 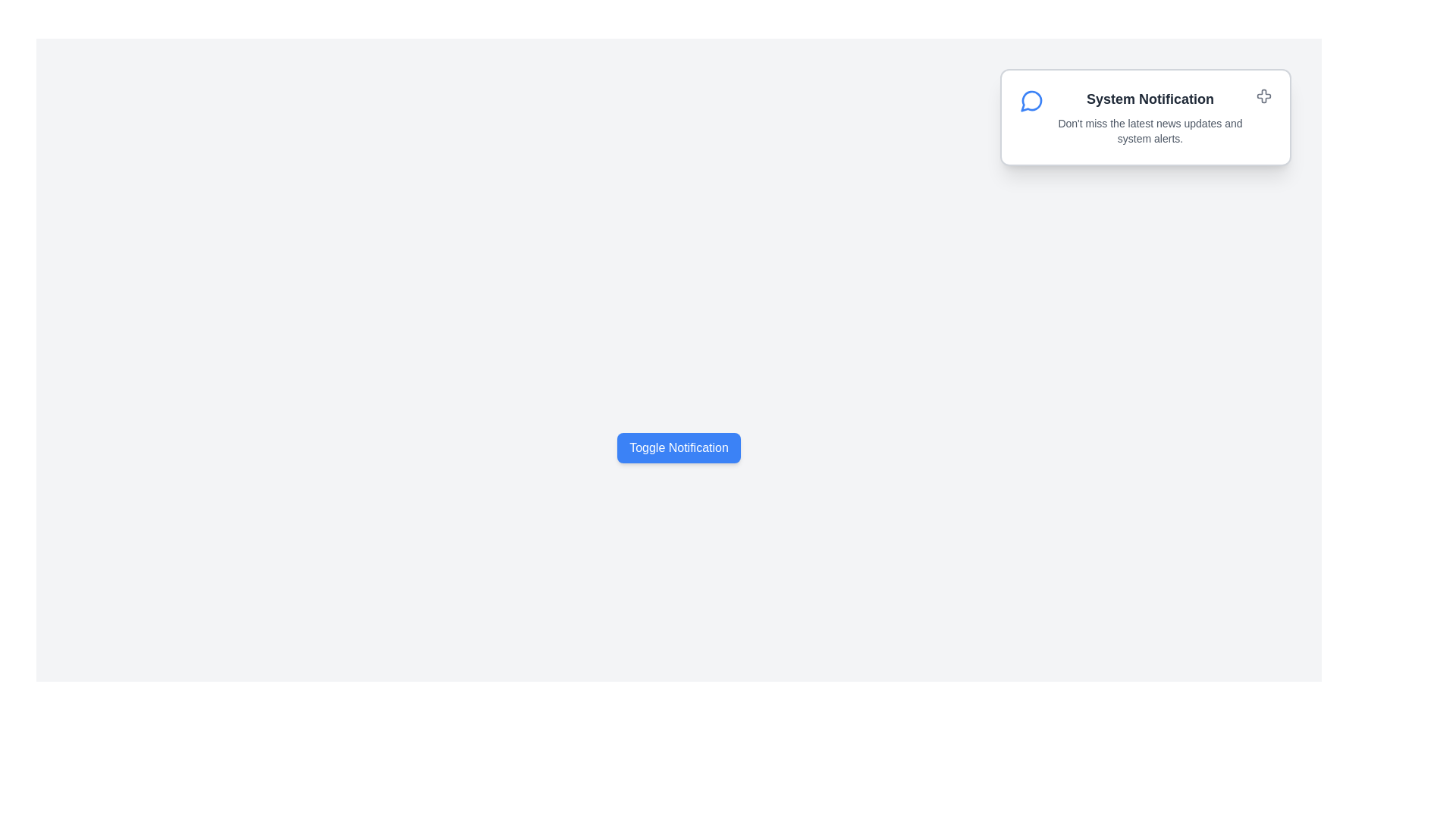 What do you see at coordinates (678, 447) in the screenshot?
I see `the rectangular button with rounded corners that has a blue background and white text reading 'Toggle Notification'` at bounding box center [678, 447].